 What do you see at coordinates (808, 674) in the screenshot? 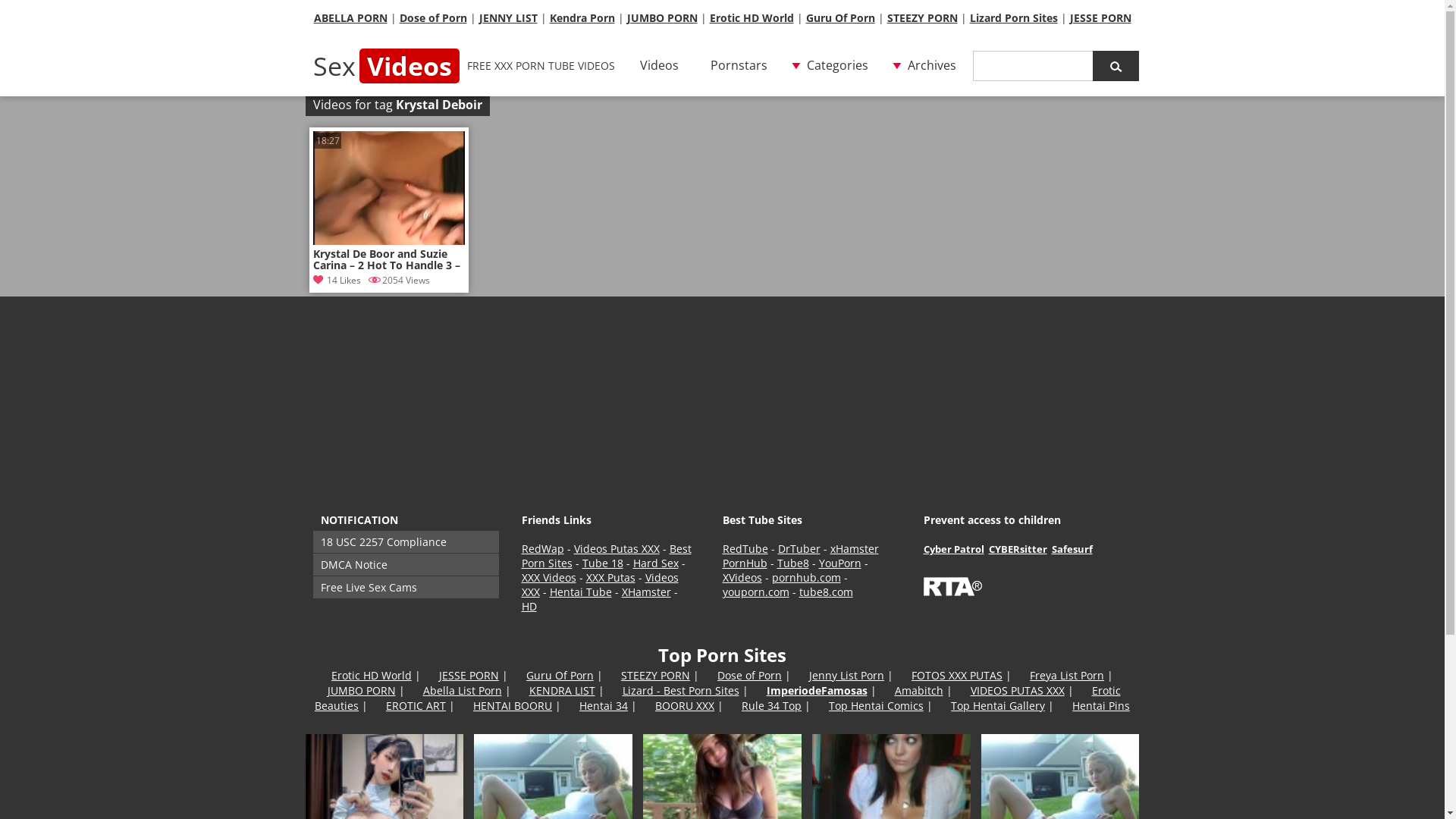
I see `'Jenny List Porn'` at bounding box center [808, 674].